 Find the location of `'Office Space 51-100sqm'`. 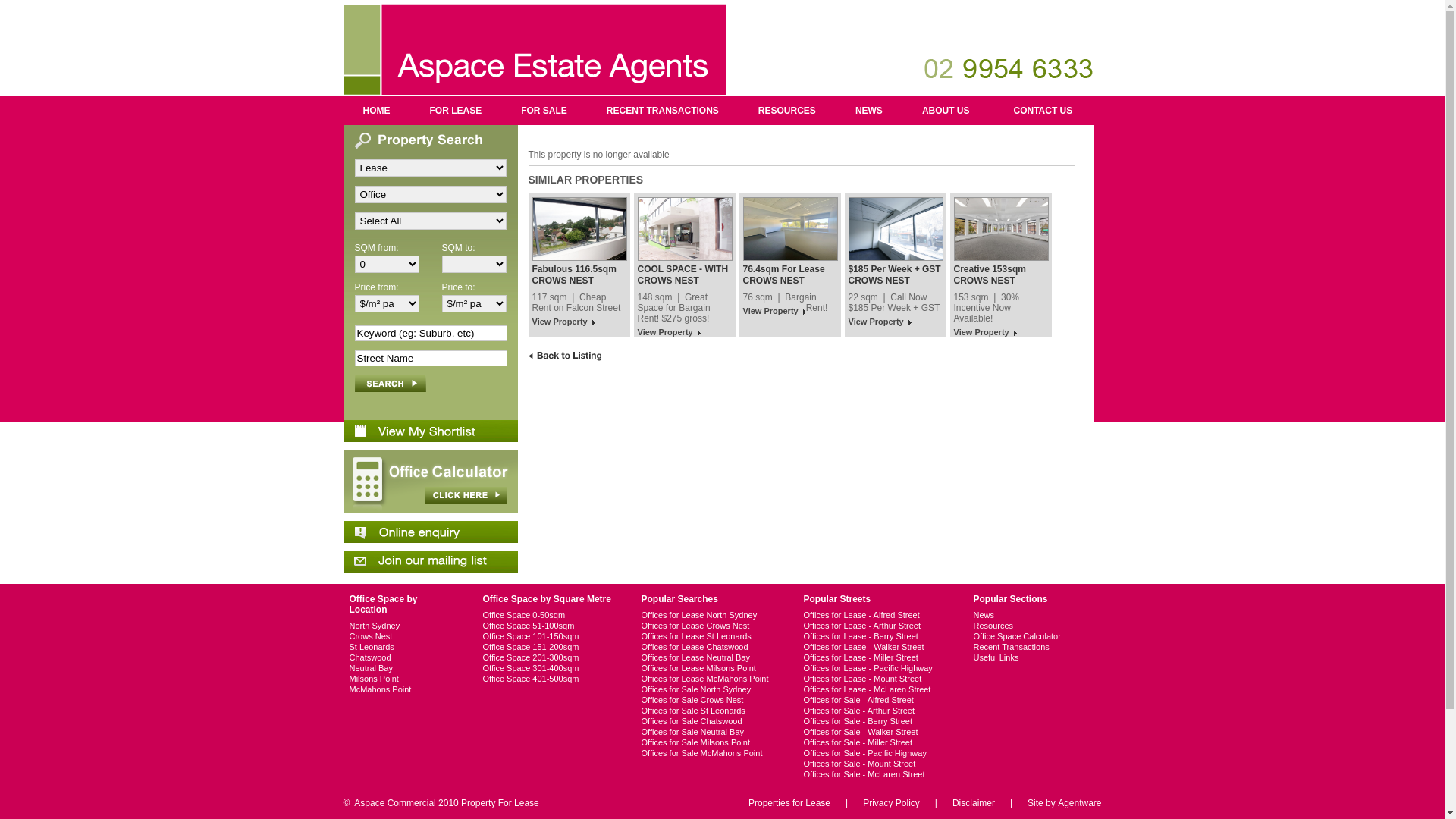

'Office Space 51-100sqm' is located at coordinates (548, 626).